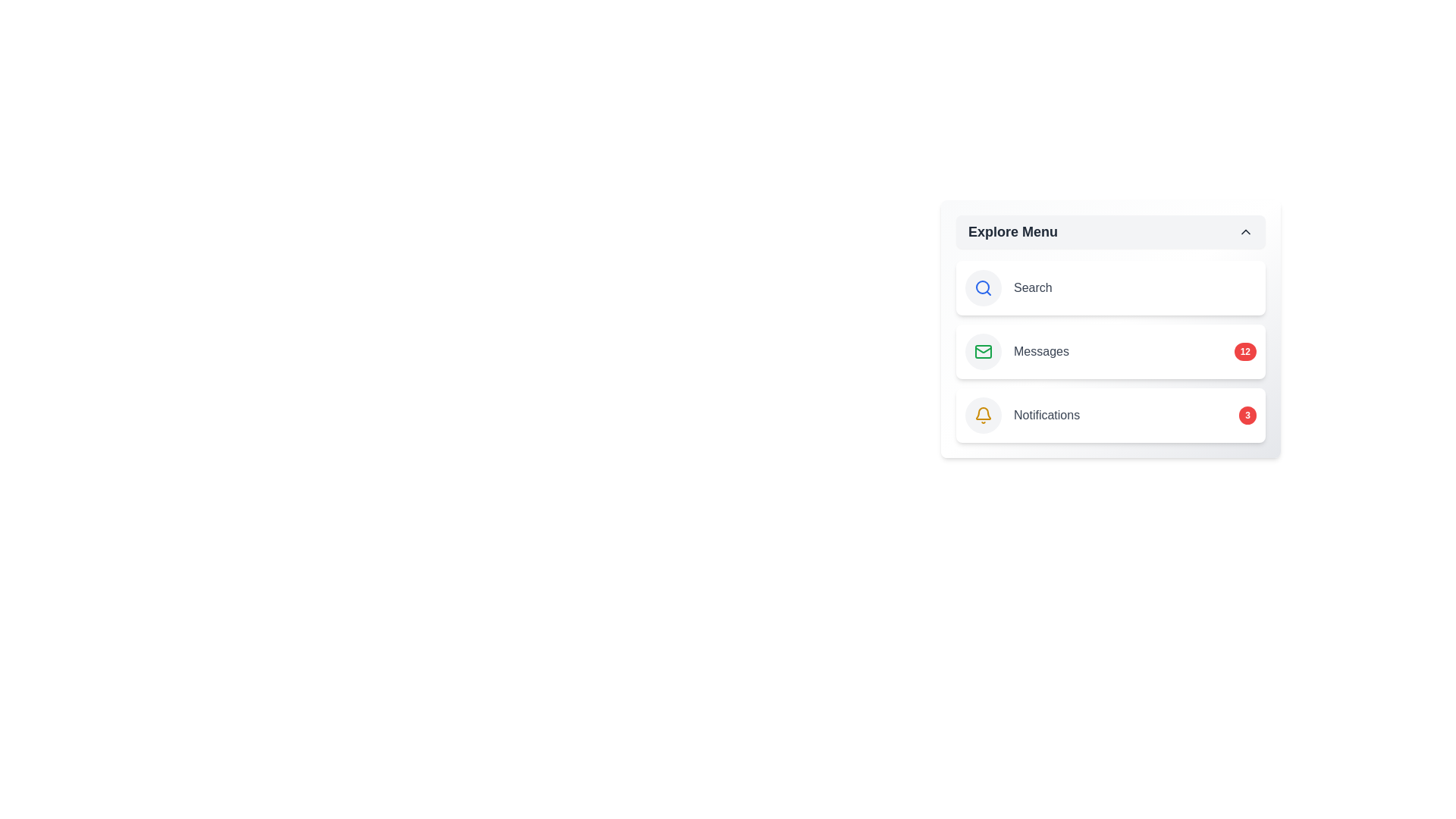 The width and height of the screenshot is (1456, 819). Describe the element at coordinates (1110, 288) in the screenshot. I see `the 'Search' menu item` at that location.